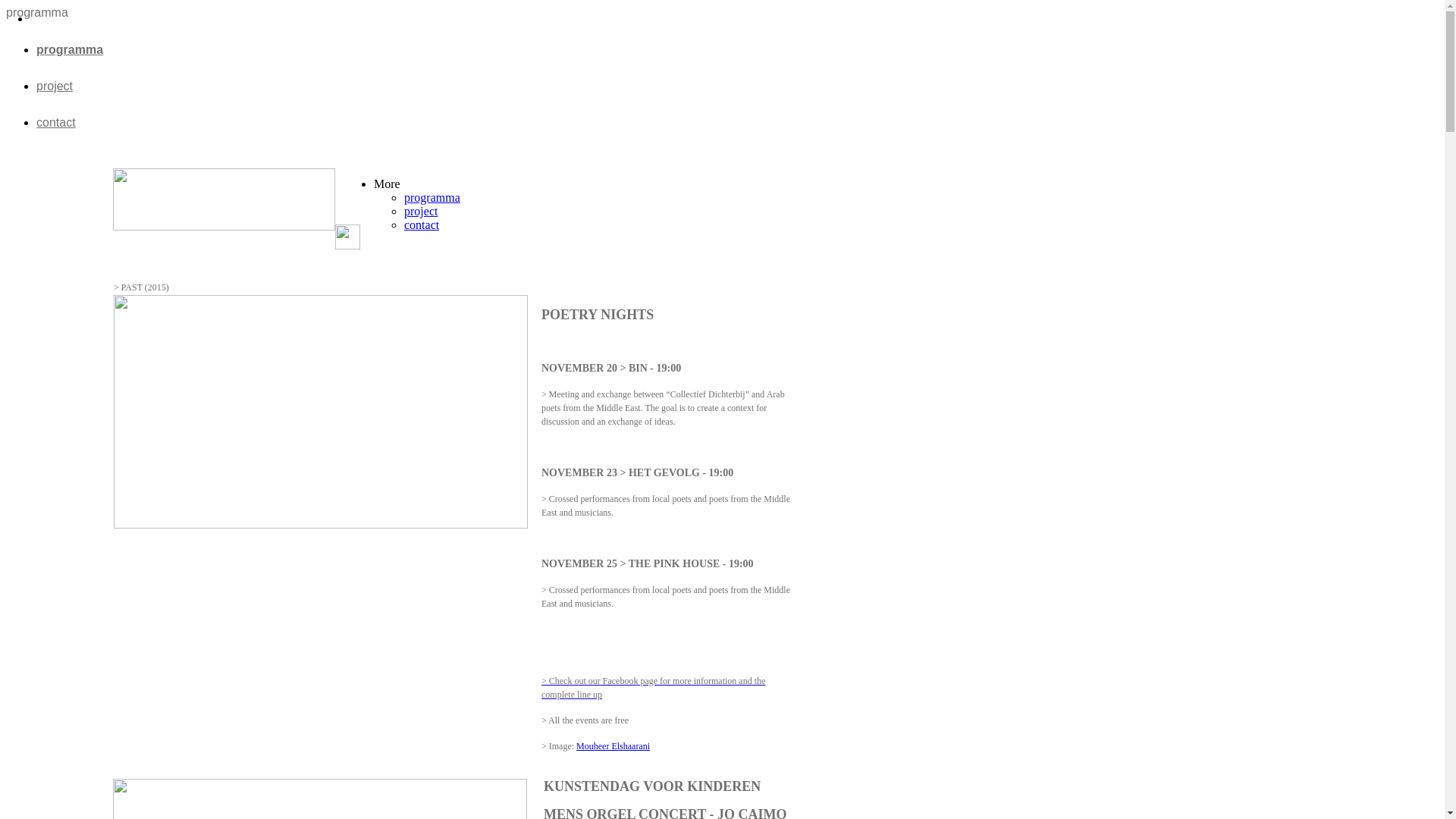 This screenshot has width=1456, height=819. What do you see at coordinates (55, 86) in the screenshot?
I see `'project'` at bounding box center [55, 86].